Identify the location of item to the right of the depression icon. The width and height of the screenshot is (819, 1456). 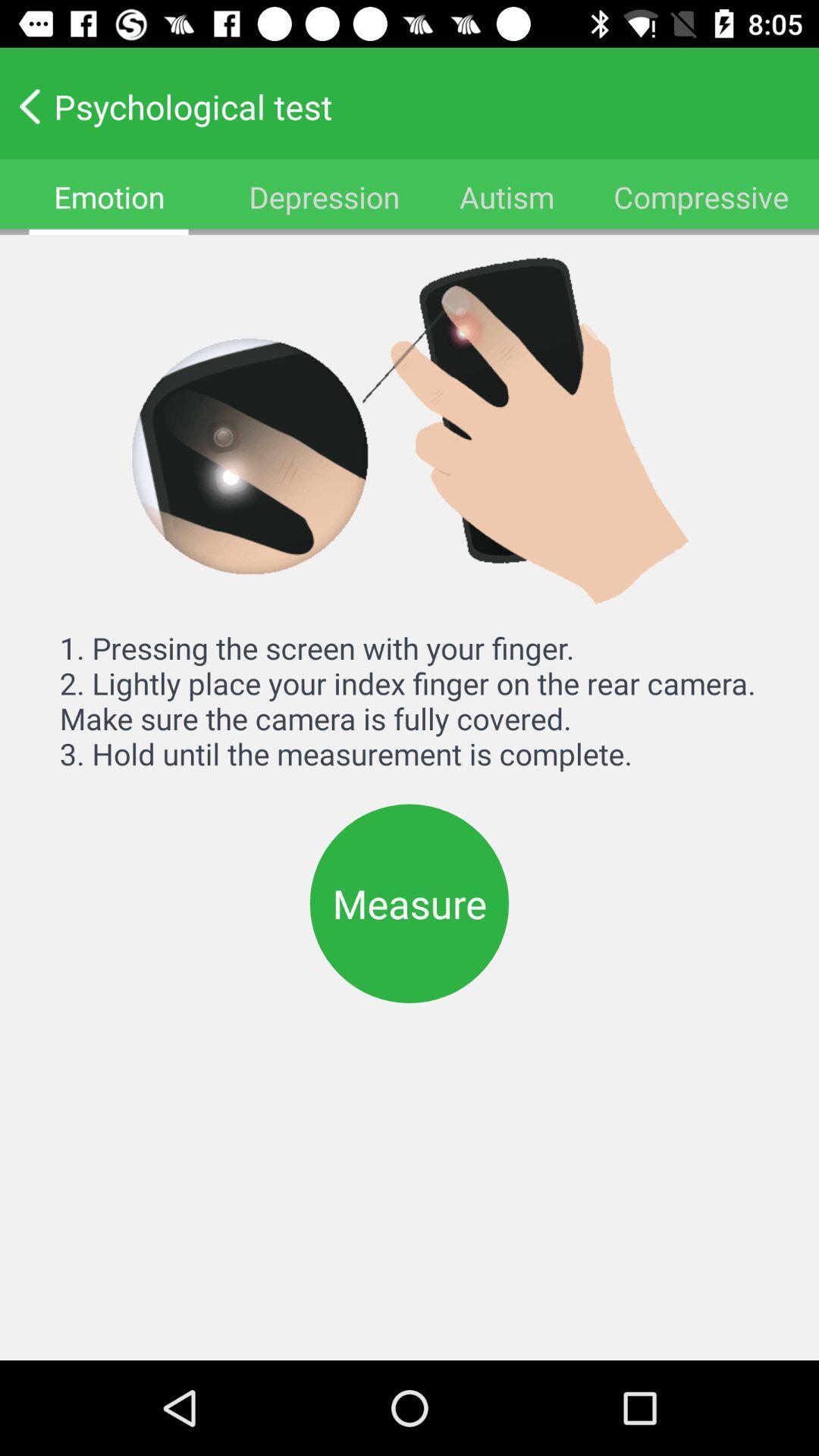
(507, 196).